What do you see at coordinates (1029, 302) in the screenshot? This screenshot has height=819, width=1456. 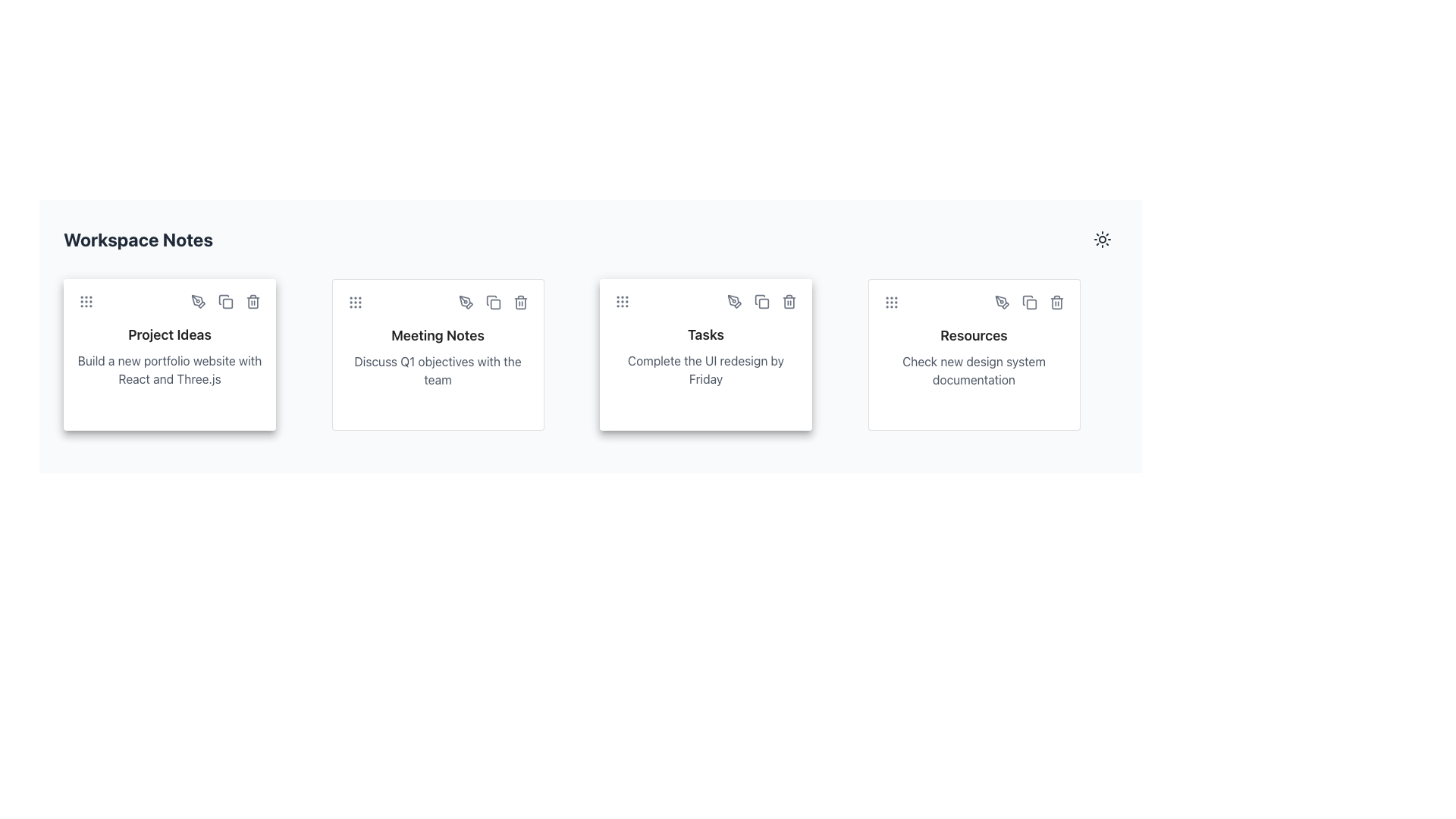 I see `the duplicate icon button located in the top-right corner of the 'Resources' card, positioned between the eye icon and the trash icon, to duplicate the associated content` at bounding box center [1029, 302].